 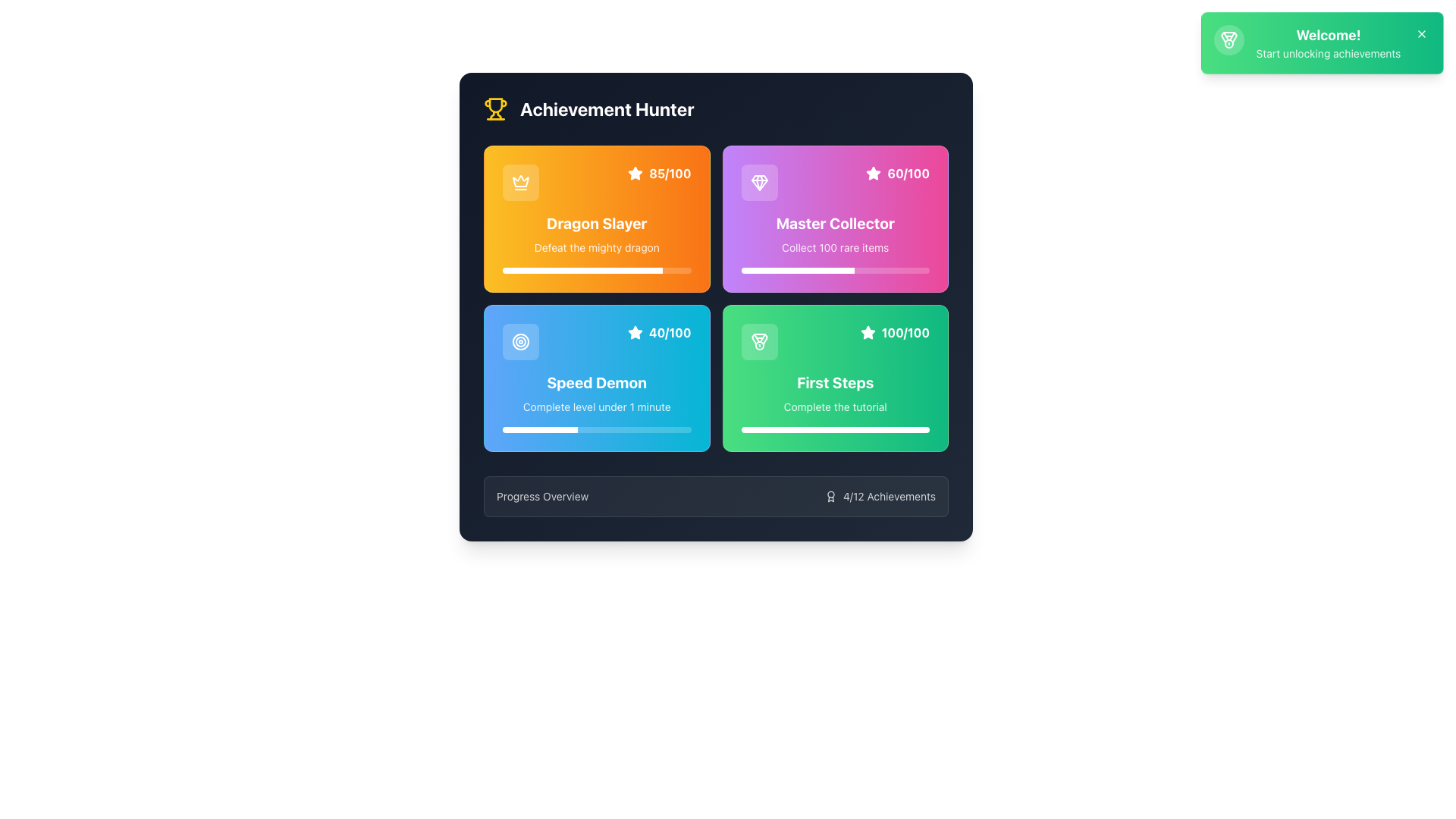 What do you see at coordinates (1421, 34) in the screenshot?
I see `the small 'x' icon button located in the top-right corner of the green notification card labeled 'Welcome! Start unlocking achievements'` at bounding box center [1421, 34].